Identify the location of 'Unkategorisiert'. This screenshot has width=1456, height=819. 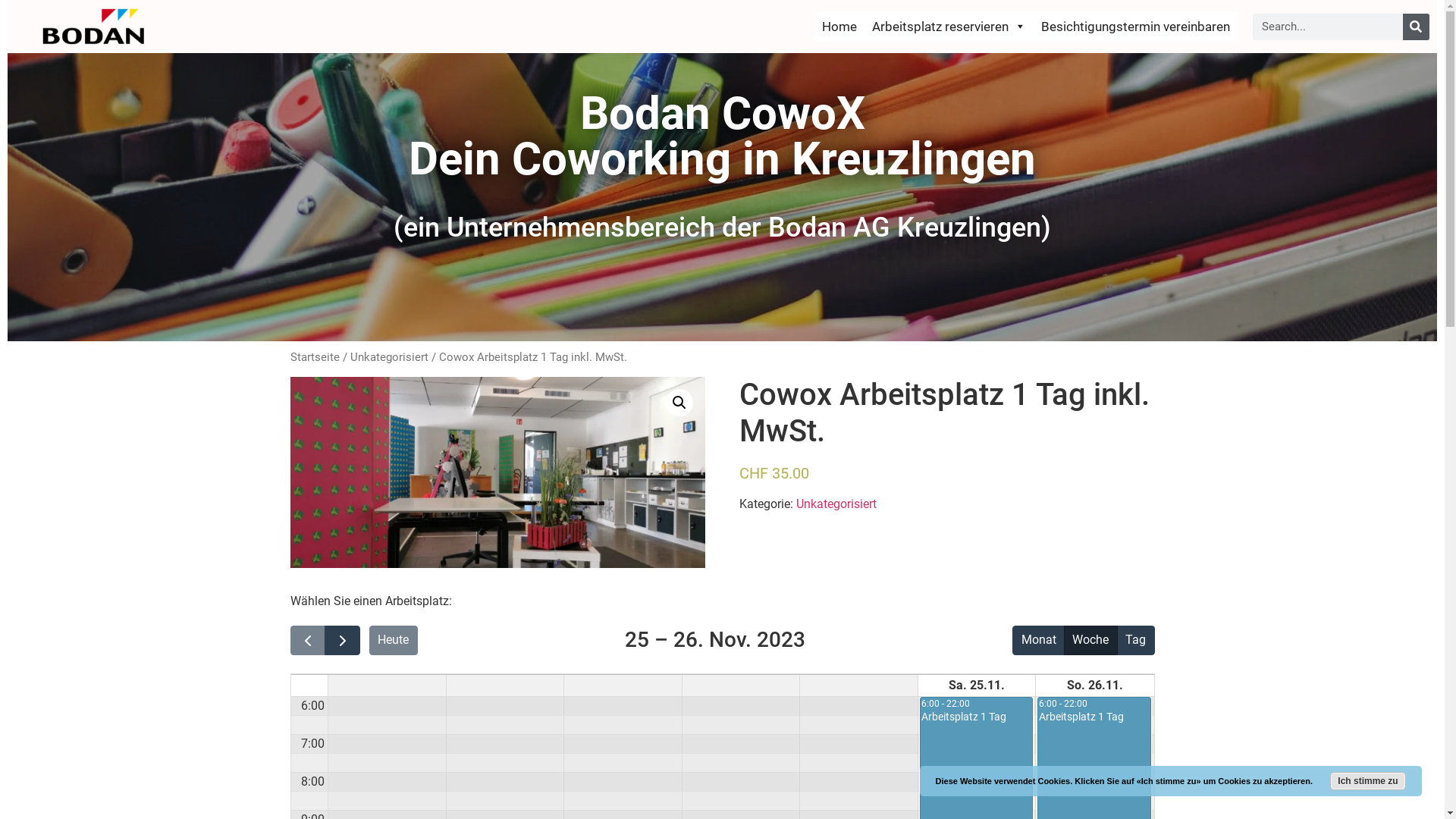
(795, 504).